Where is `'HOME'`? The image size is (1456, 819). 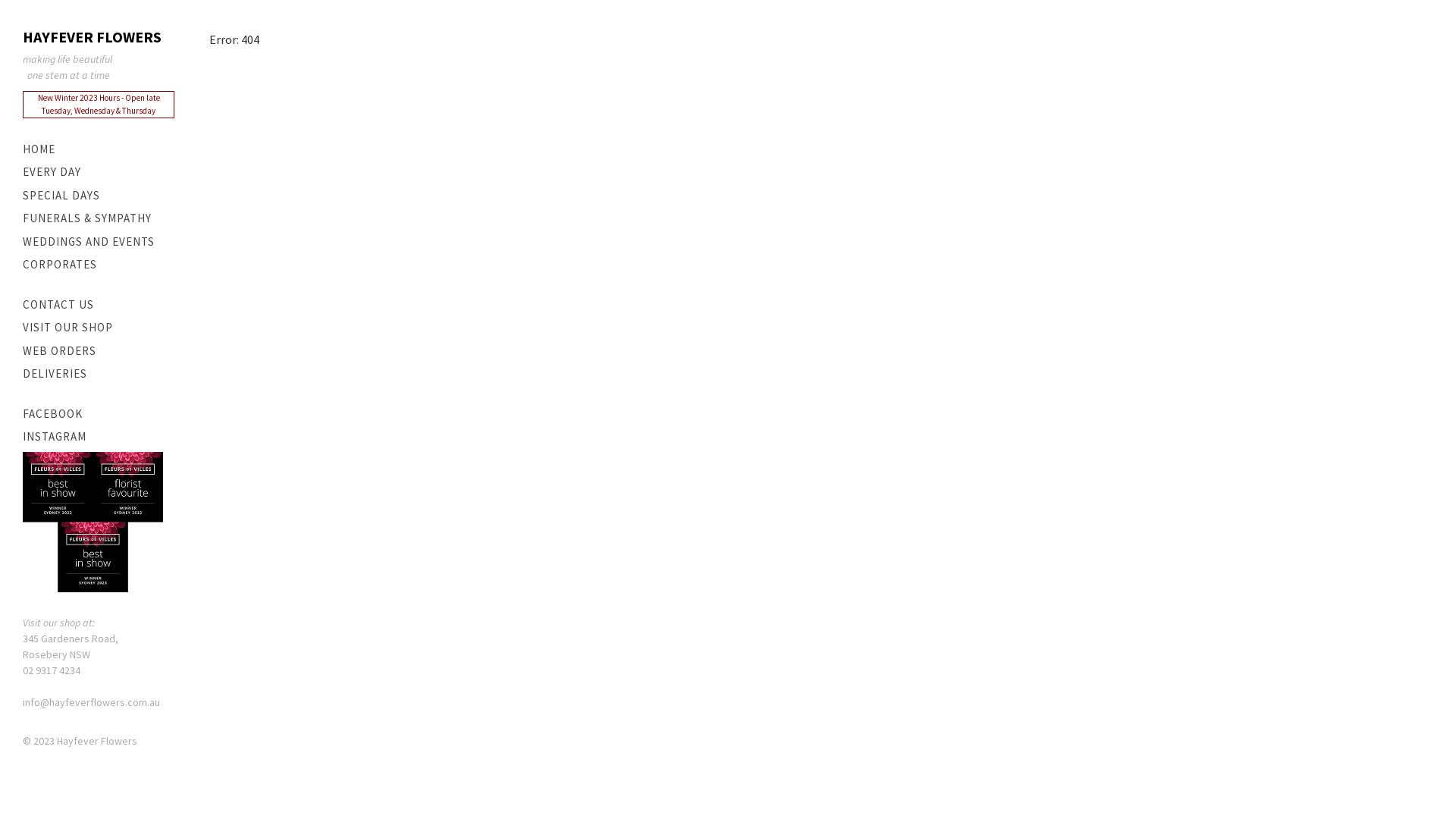 'HOME' is located at coordinates (97, 149).